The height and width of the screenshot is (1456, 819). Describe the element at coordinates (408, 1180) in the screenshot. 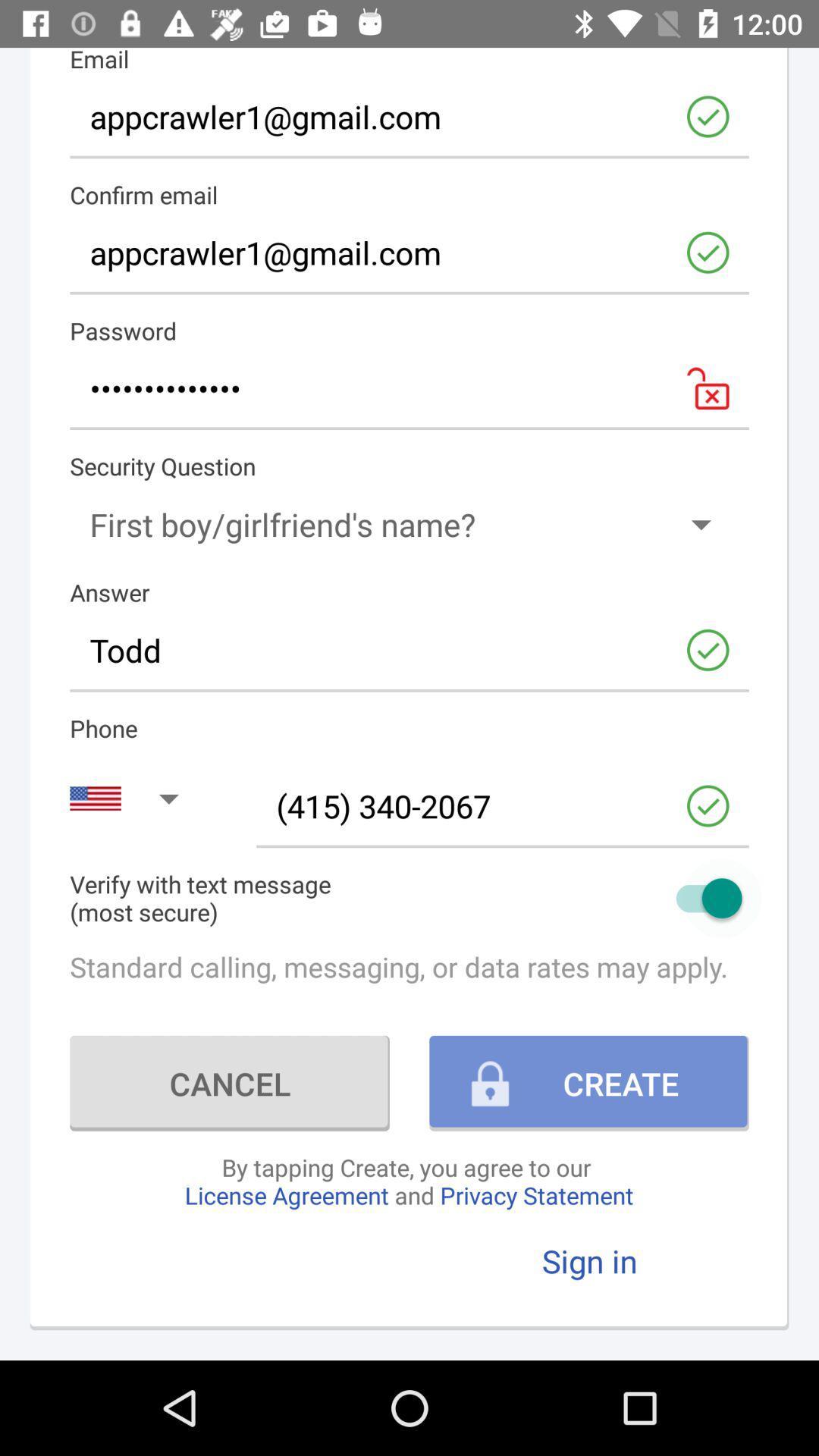

I see `the icon above the sign in icon` at that location.